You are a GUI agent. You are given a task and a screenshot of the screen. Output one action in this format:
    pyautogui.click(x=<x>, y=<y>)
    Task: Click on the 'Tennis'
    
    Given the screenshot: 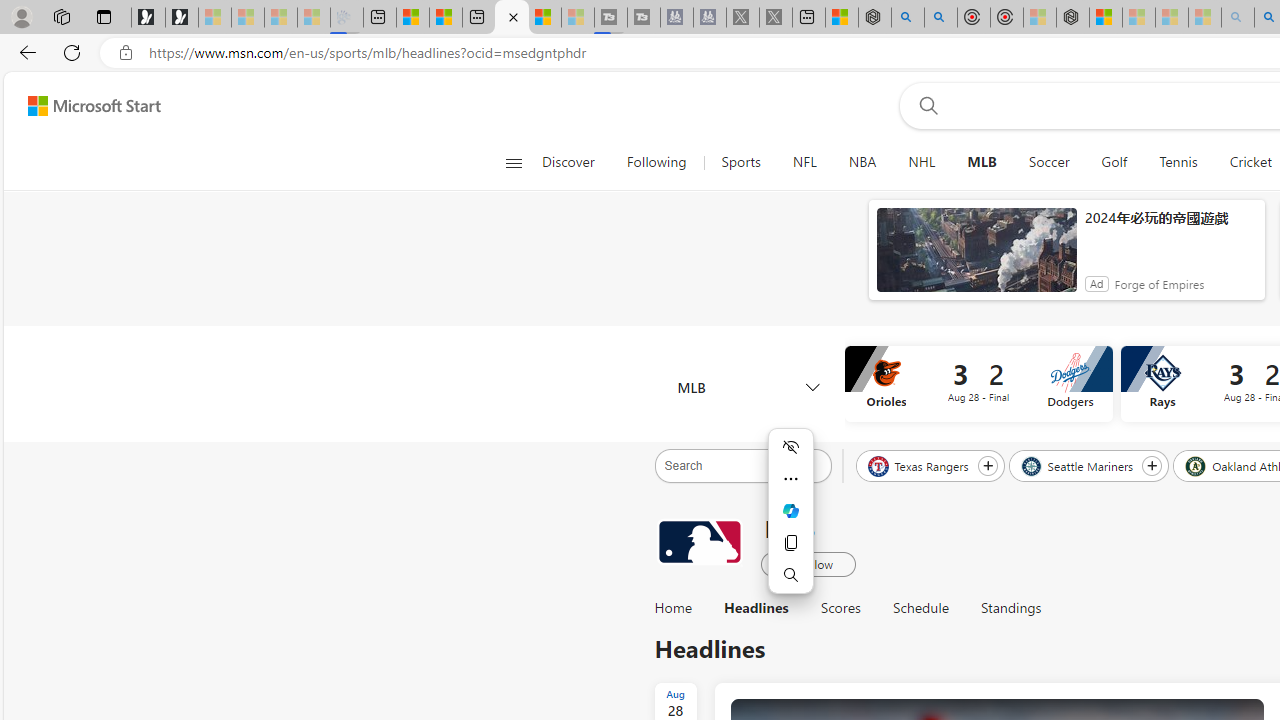 What is the action you would take?
    pyautogui.click(x=1178, y=162)
    